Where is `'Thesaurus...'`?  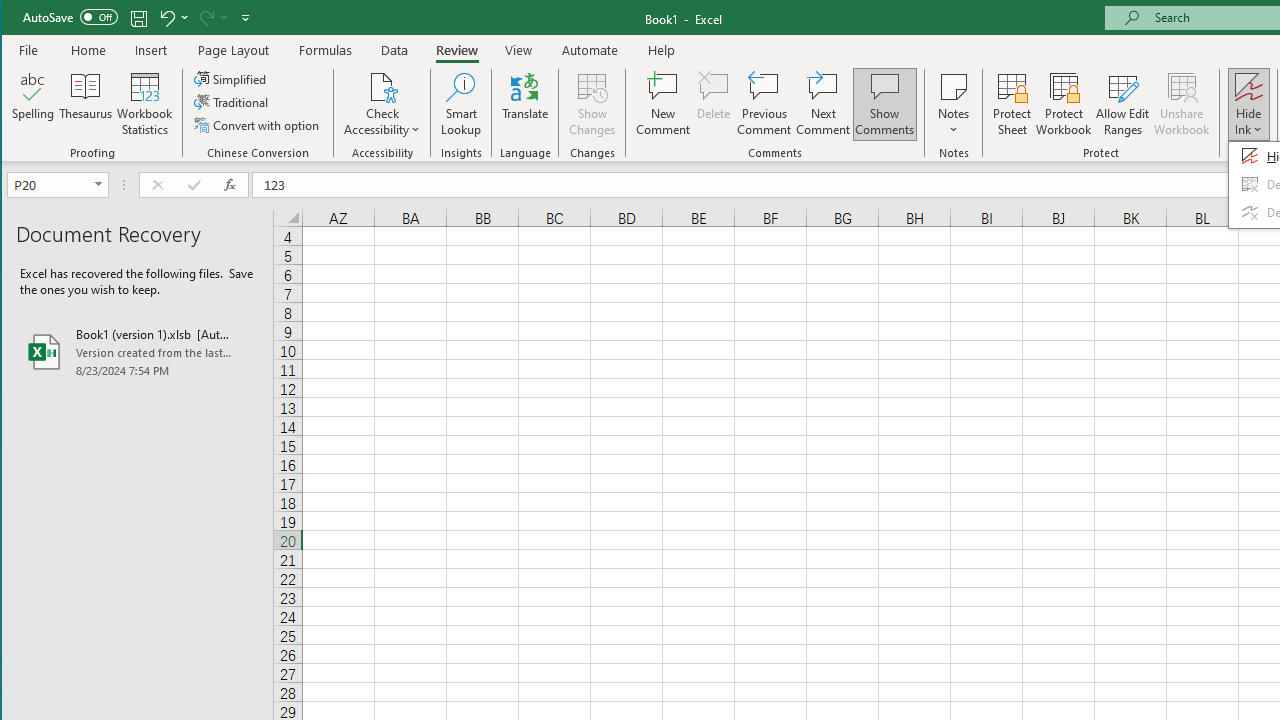
'Thesaurus...' is located at coordinates (85, 104).